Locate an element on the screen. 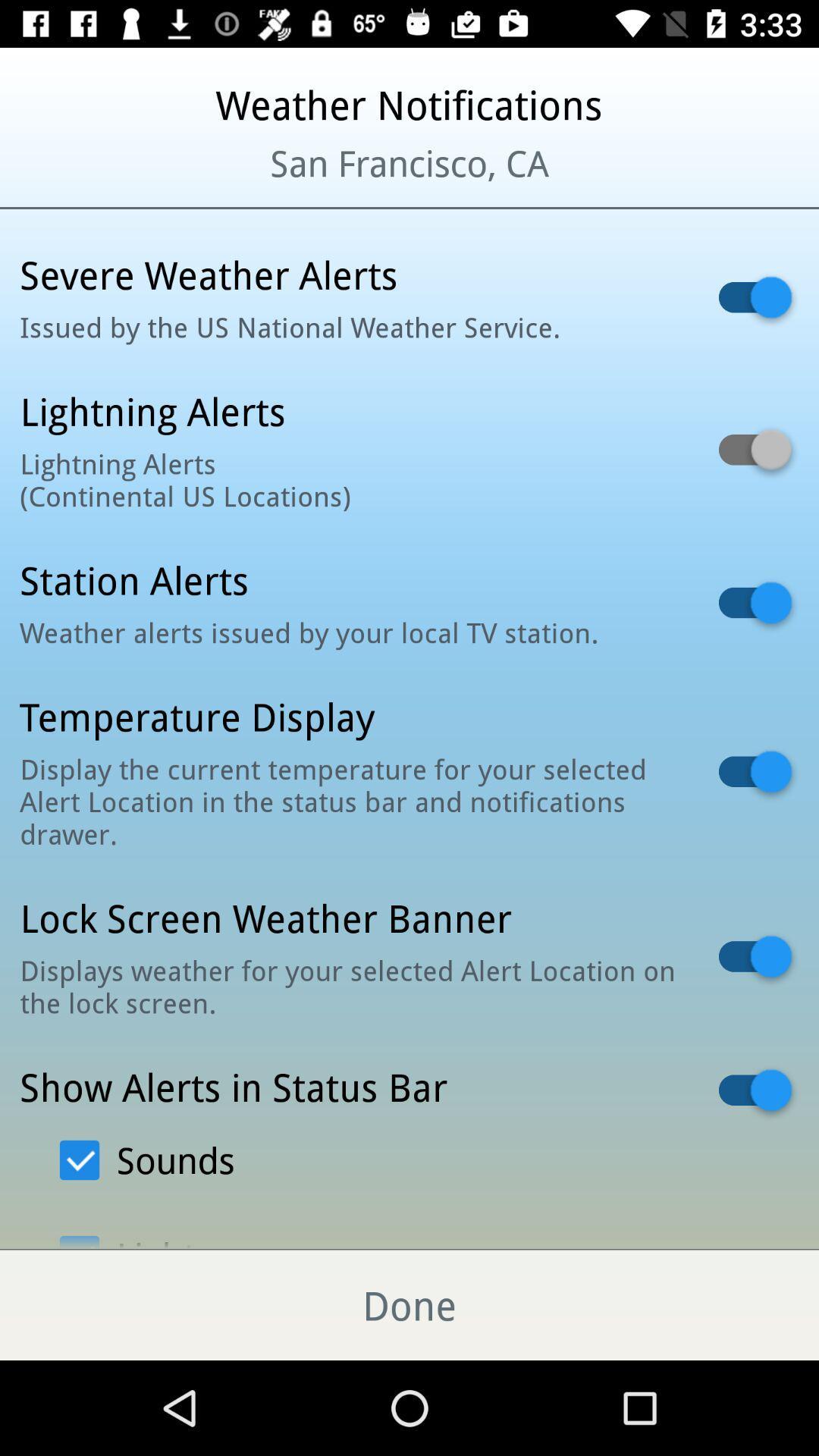 The width and height of the screenshot is (819, 1456). display the current icon is located at coordinates (350, 800).